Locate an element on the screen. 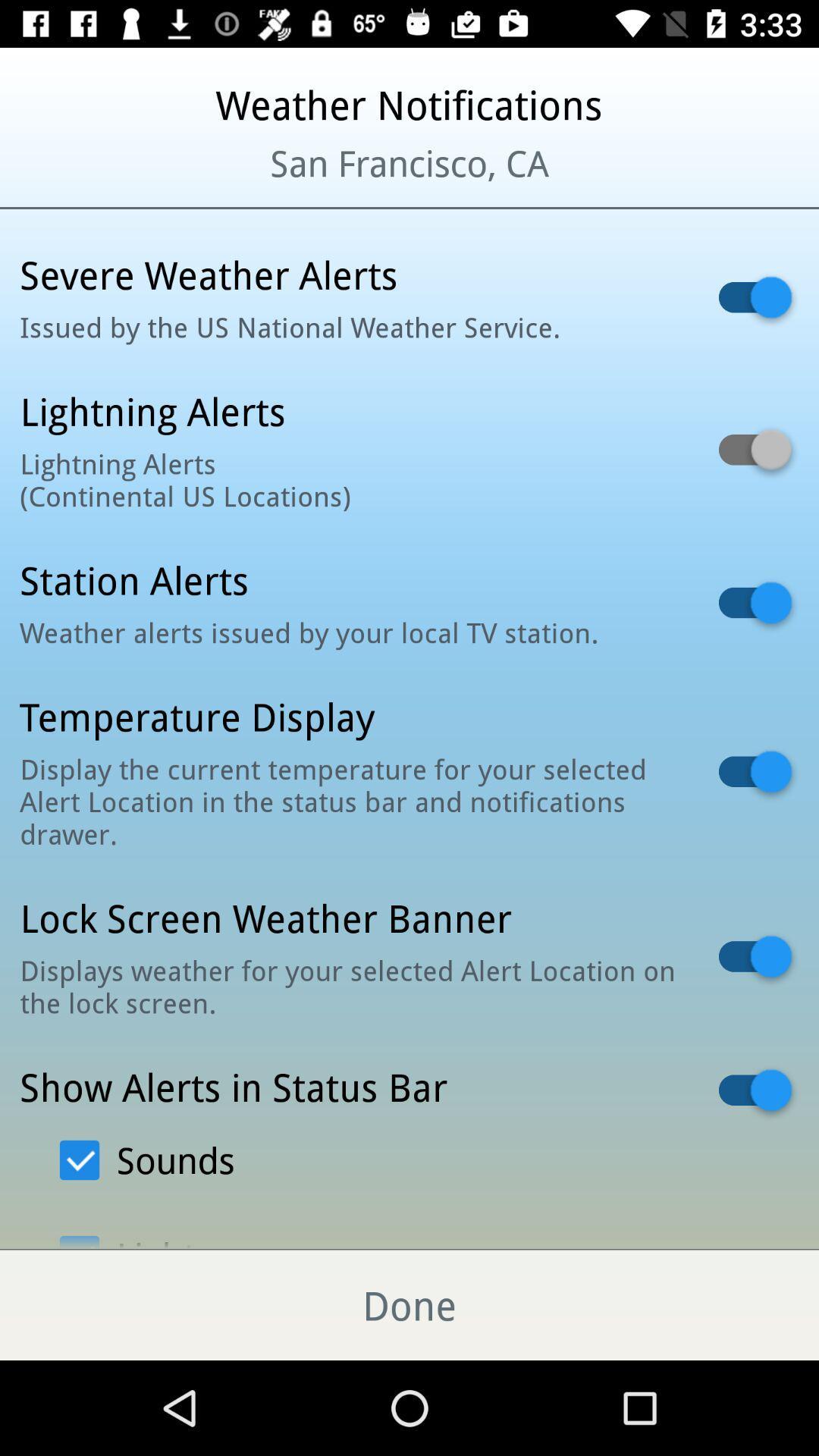 The width and height of the screenshot is (819, 1456). display the current icon is located at coordinates (350, 800).